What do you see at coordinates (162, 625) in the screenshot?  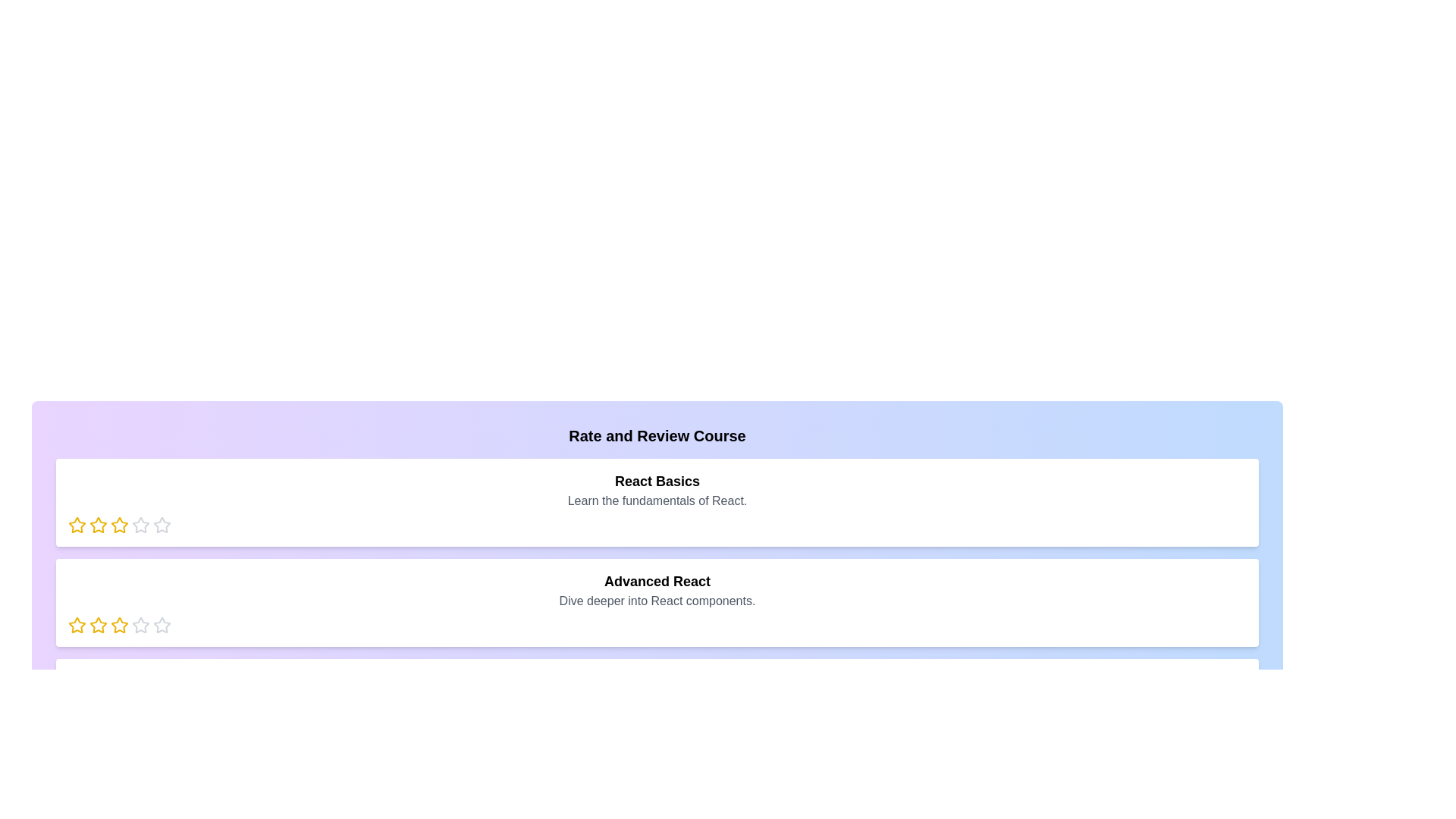 I see `the fourth star in the rating system located in the second row` at bounding box center [162, 625].